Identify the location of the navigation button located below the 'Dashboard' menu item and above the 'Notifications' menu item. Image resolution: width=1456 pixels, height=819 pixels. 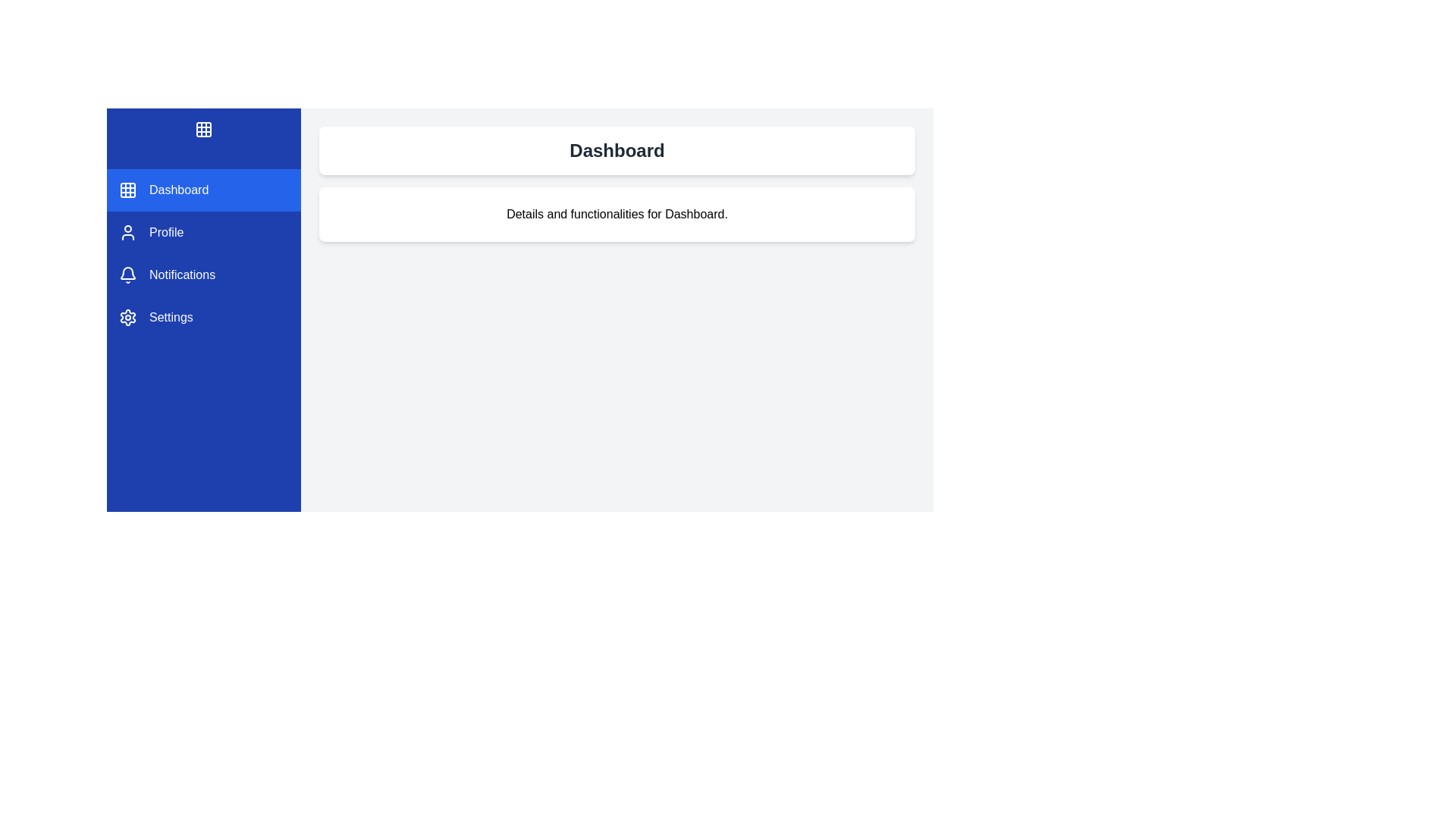
(202, 233).